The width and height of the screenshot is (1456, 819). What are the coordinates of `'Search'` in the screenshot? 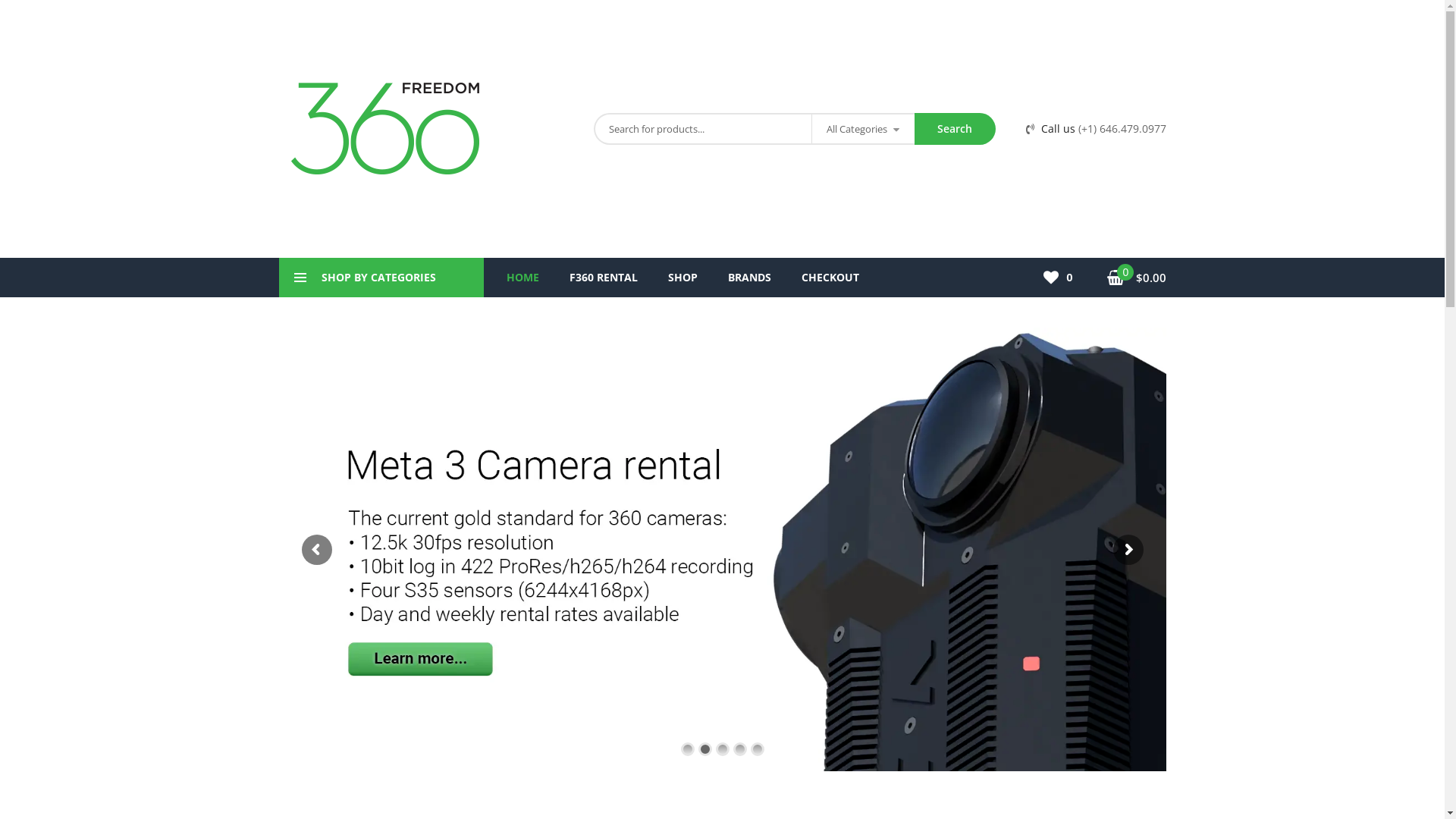 It's located at (954, 127).